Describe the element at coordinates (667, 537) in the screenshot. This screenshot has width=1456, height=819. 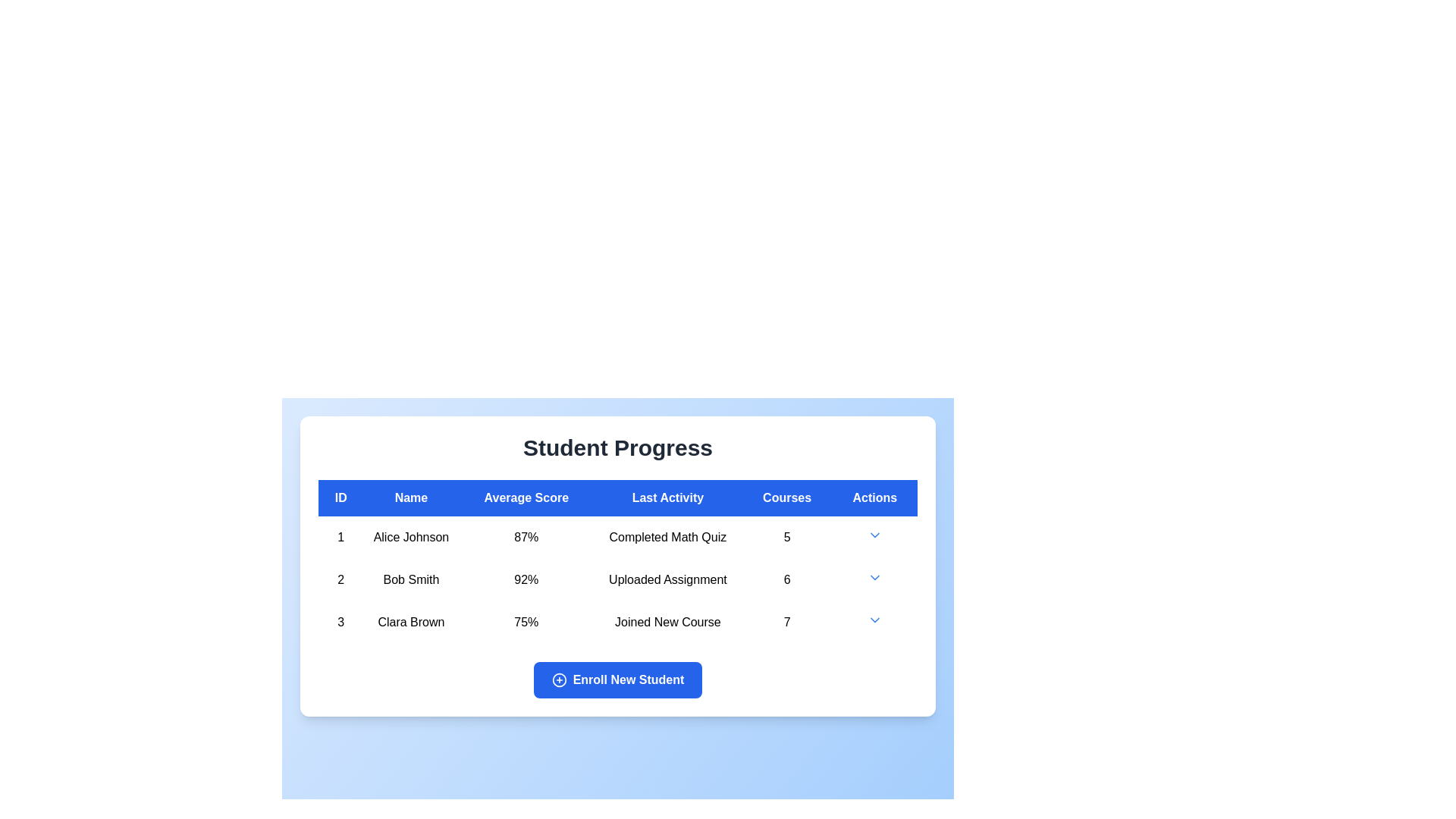
I see `the Text Label displaying 'Completed Math Quiz' under the 'Last Activity' column for '1 Alice Johnson 87%' in the 'Student Progress' table` at that location.